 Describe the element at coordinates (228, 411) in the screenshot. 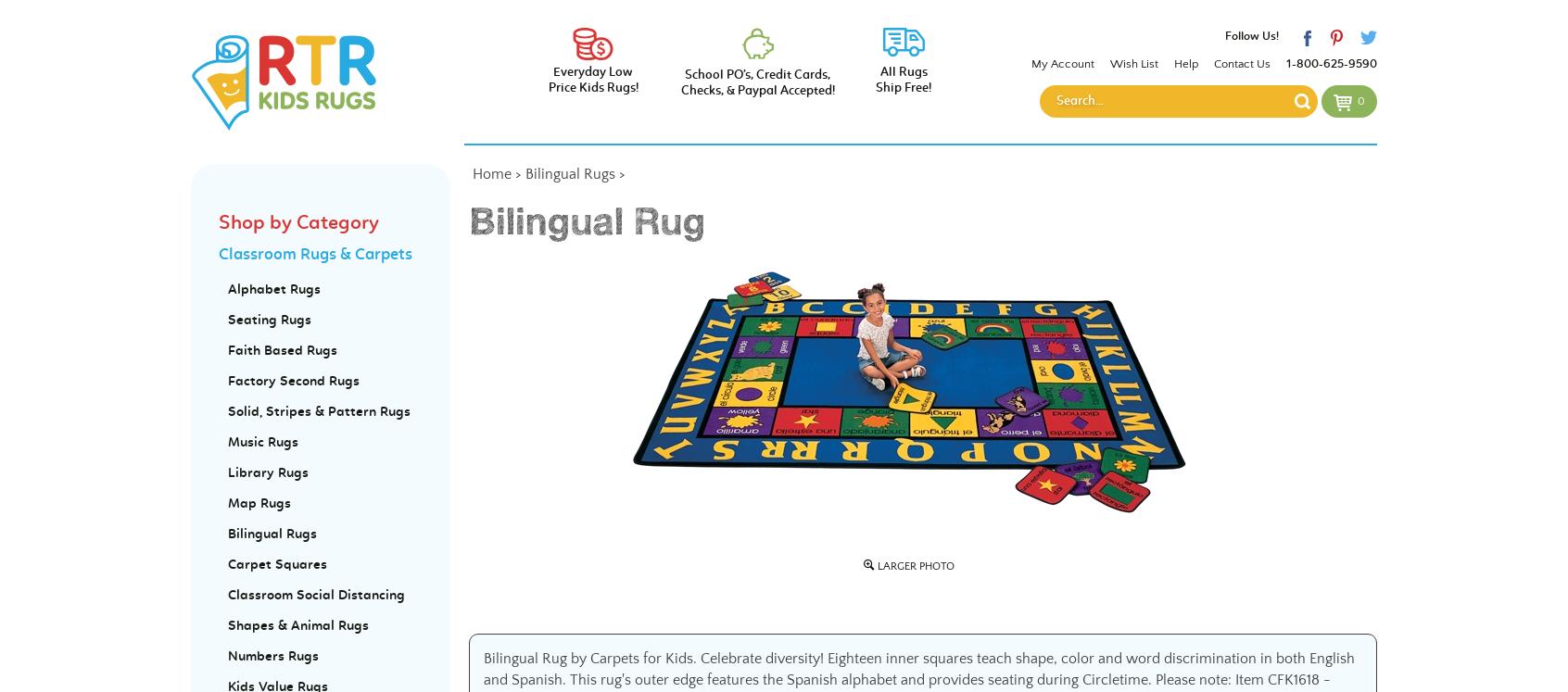

I see `'Solid, Stripes & Pattern Rugs'` at that location.